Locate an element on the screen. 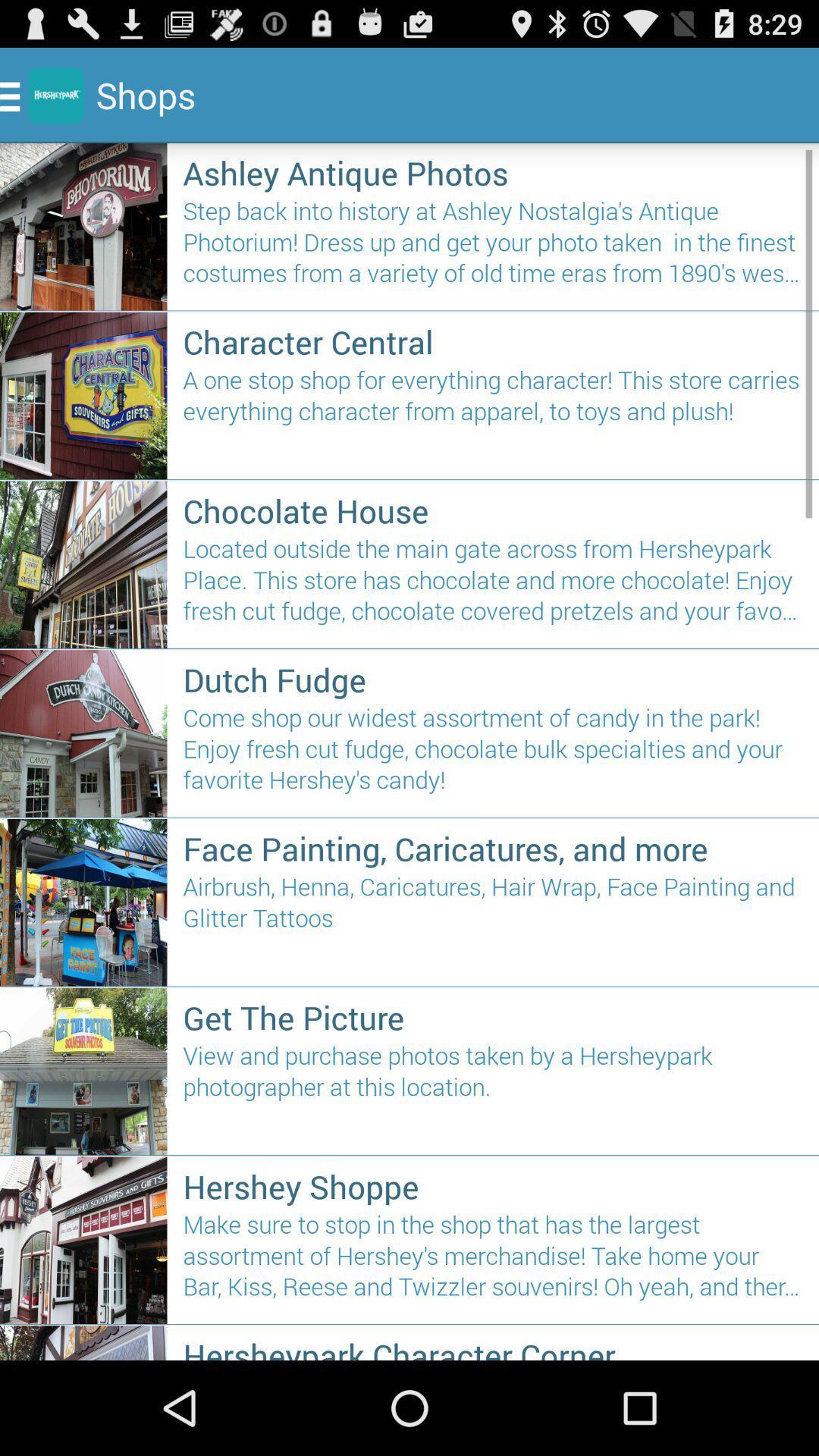  make sure to is located at coordinates (493, 1262).